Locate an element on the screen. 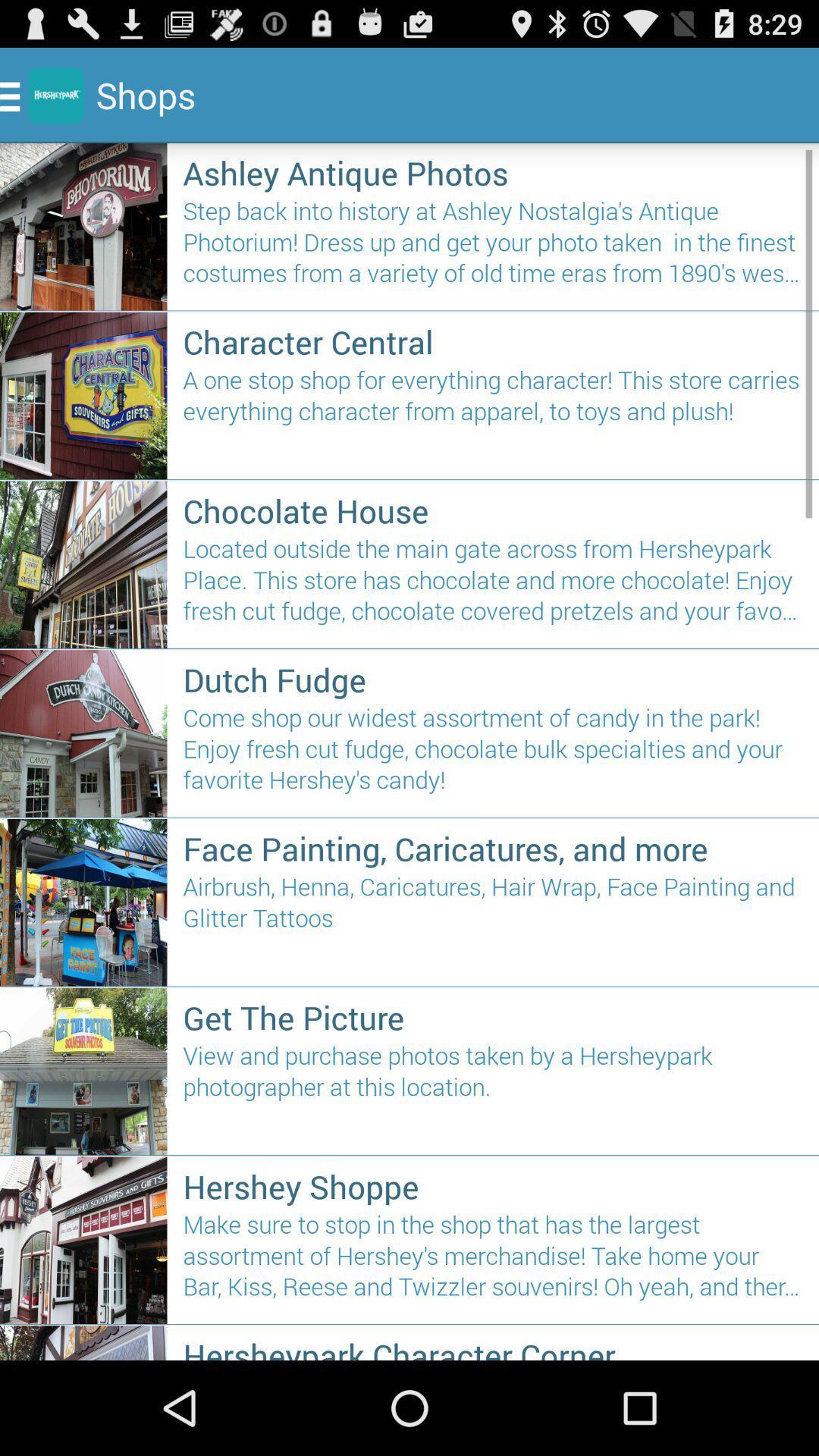  make sure to is located at coordinates (493, 1262).